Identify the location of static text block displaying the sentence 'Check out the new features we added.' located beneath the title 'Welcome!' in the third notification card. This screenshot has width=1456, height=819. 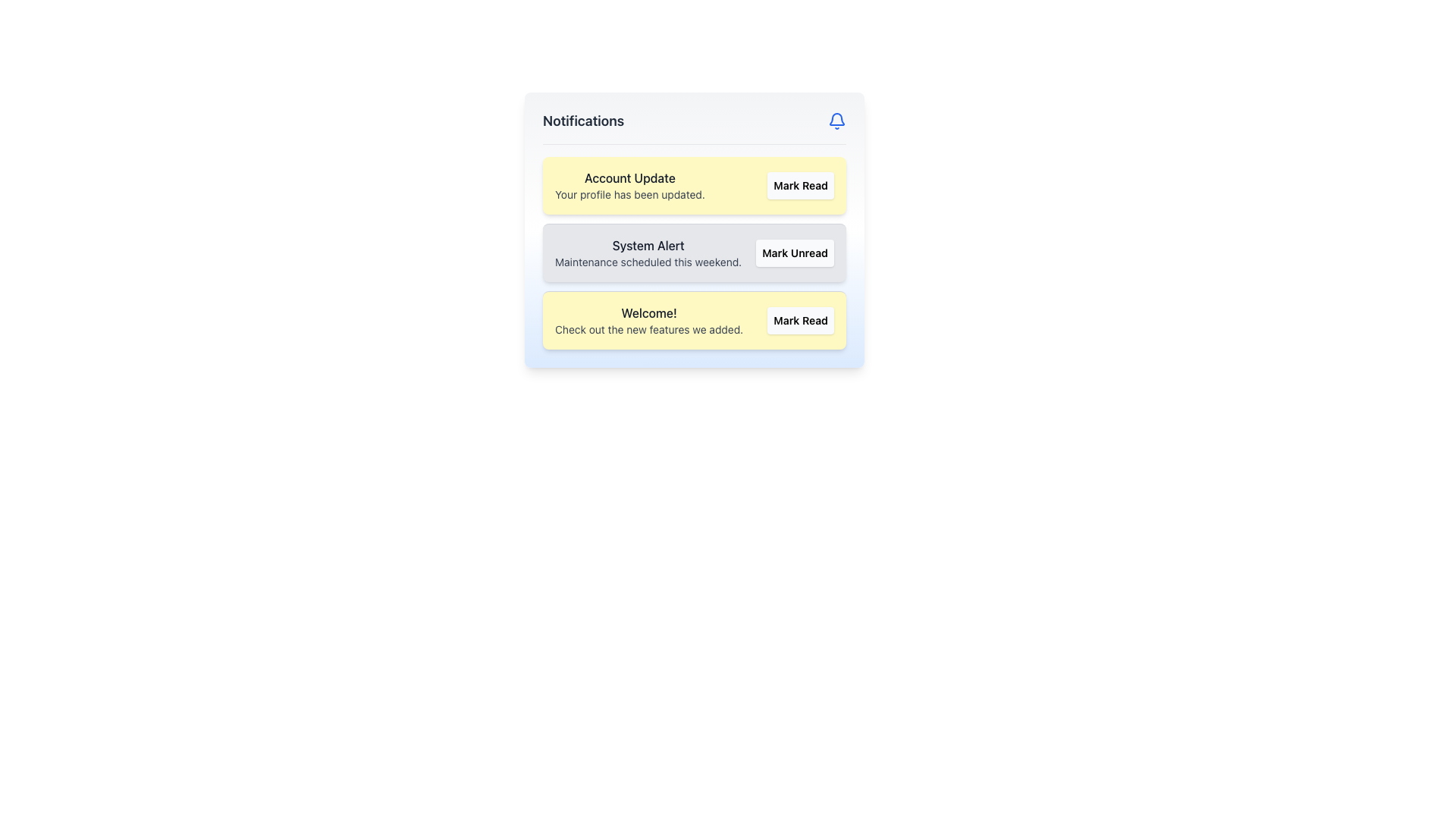
(649, 329).